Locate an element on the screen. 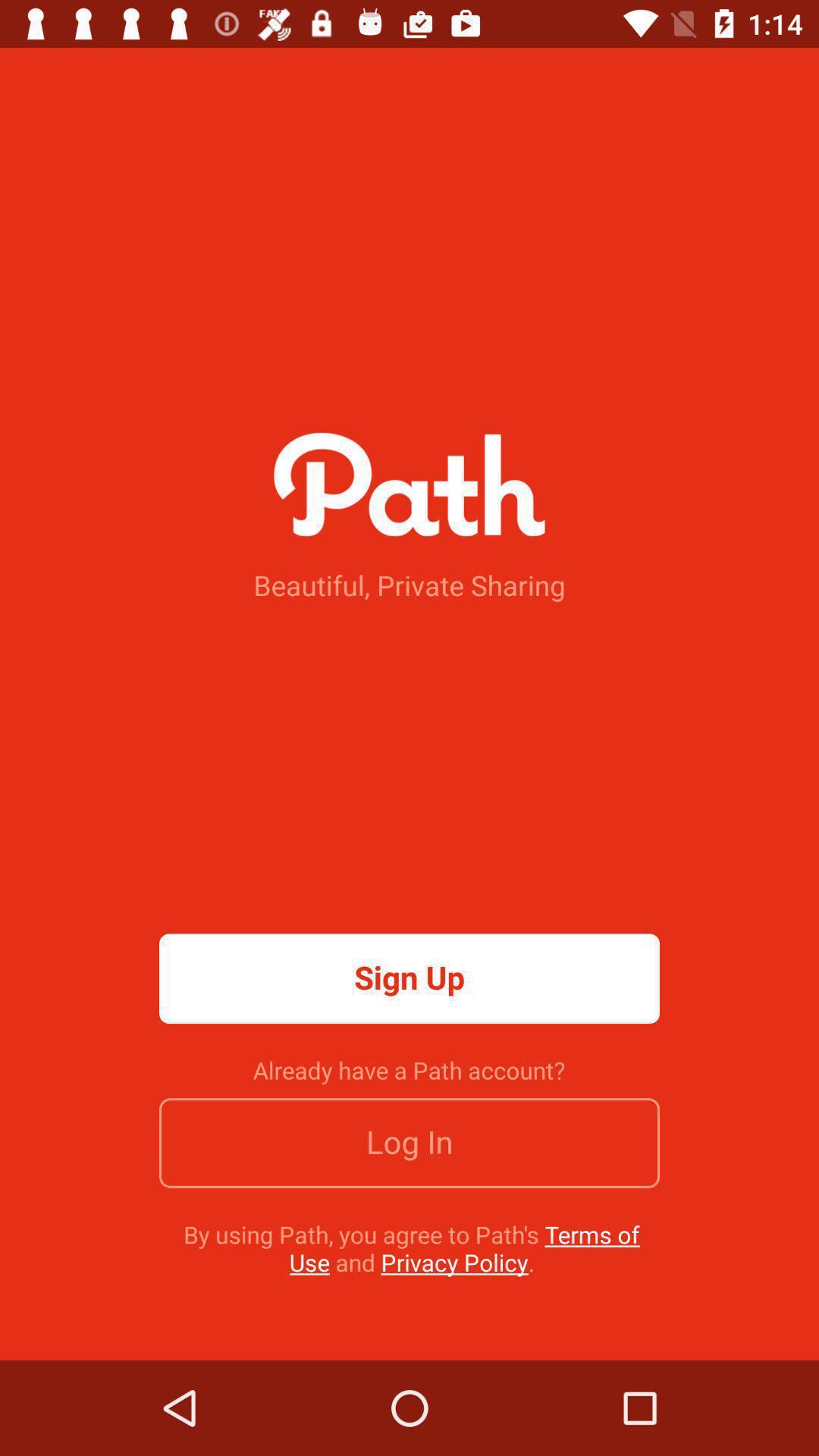 This screenshot has height=1456, width=819. sign up item is located at coordinates (409, 978).